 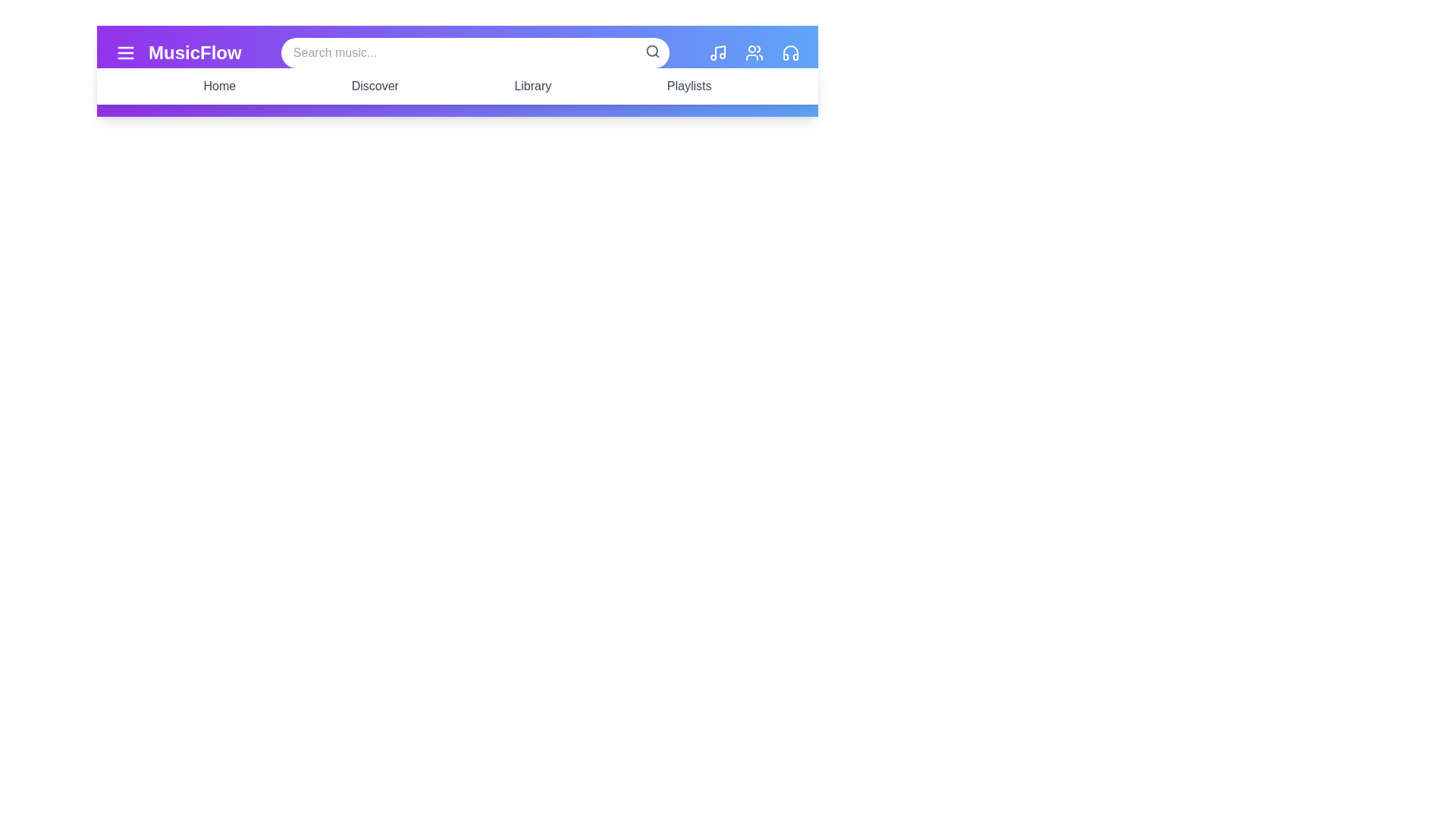 What do you see at coordinates (126, 52) in the screenshot?
I see `the menu button to toggle the menu state` at bounding box center [126, 52].